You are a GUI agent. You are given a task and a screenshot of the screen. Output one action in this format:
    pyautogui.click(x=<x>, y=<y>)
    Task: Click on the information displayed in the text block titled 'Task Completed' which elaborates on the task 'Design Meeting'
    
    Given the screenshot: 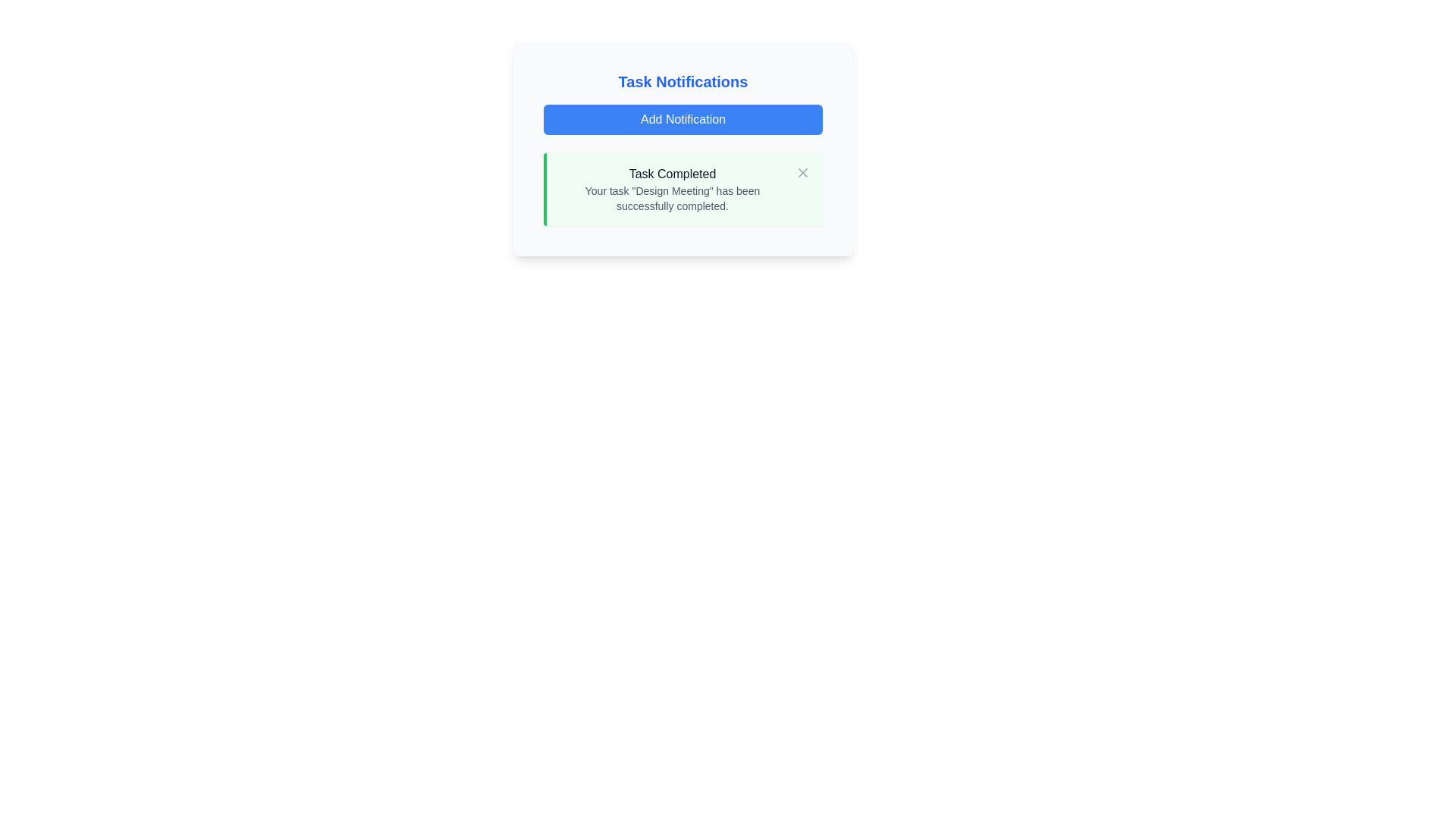 What is the action you would take?
    pyautogui.click(x=672, y=189)
    